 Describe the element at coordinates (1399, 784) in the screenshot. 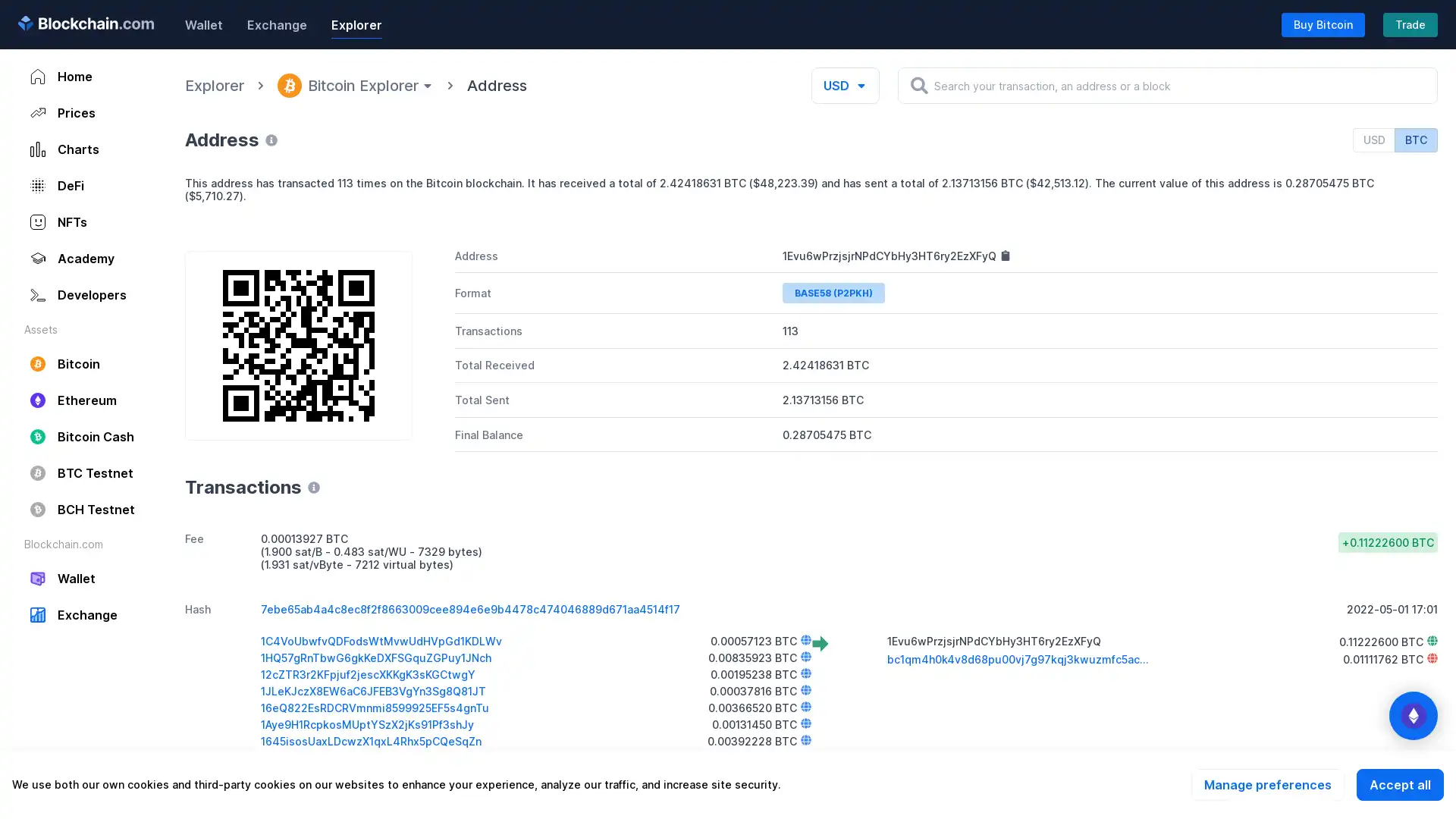

I see `Accept all` at that location.